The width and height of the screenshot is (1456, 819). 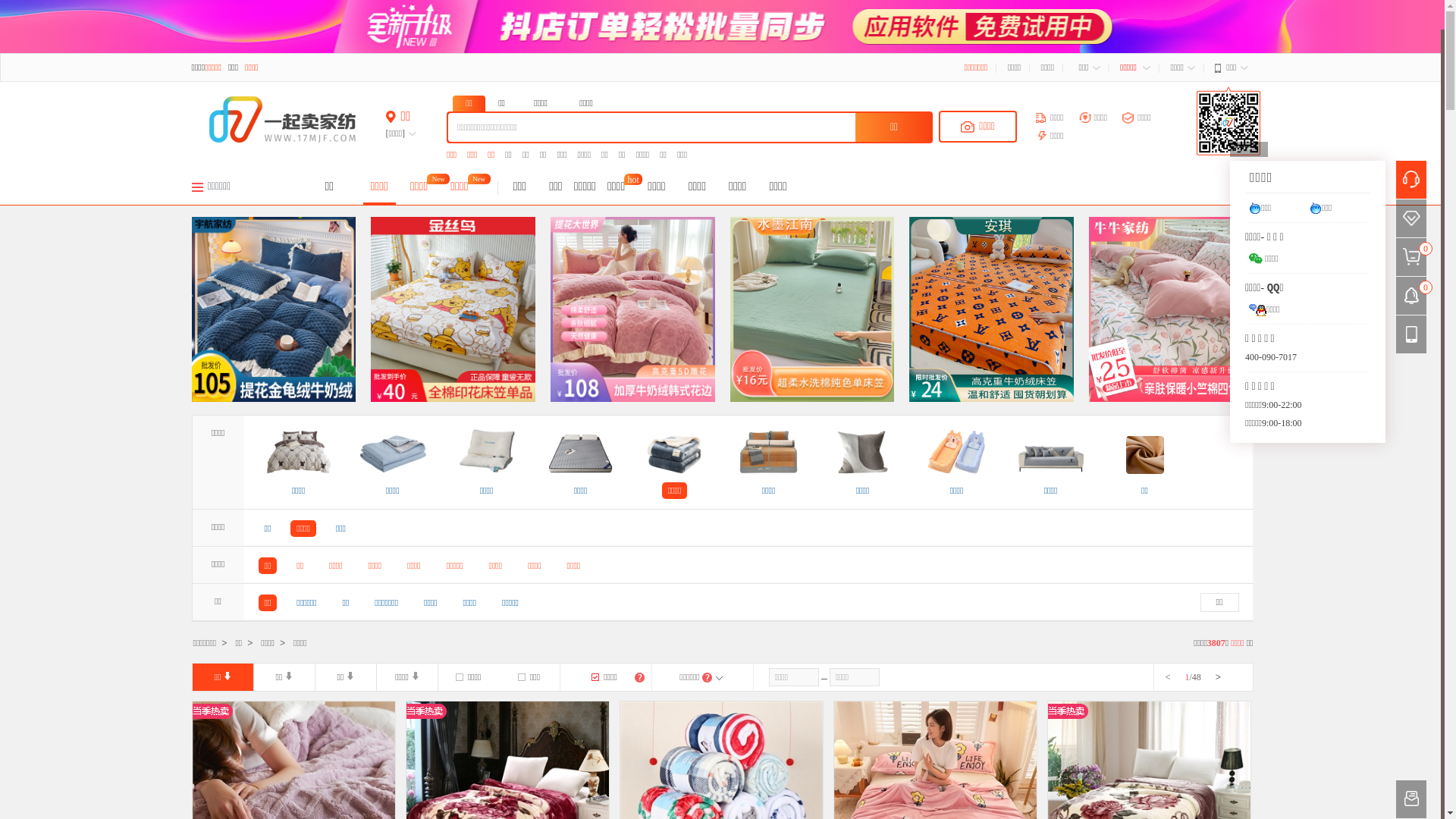 What do you see at coordinates (1216, 677) in the screenshot?
I see `'>'` at bounding box center [1216, 677].